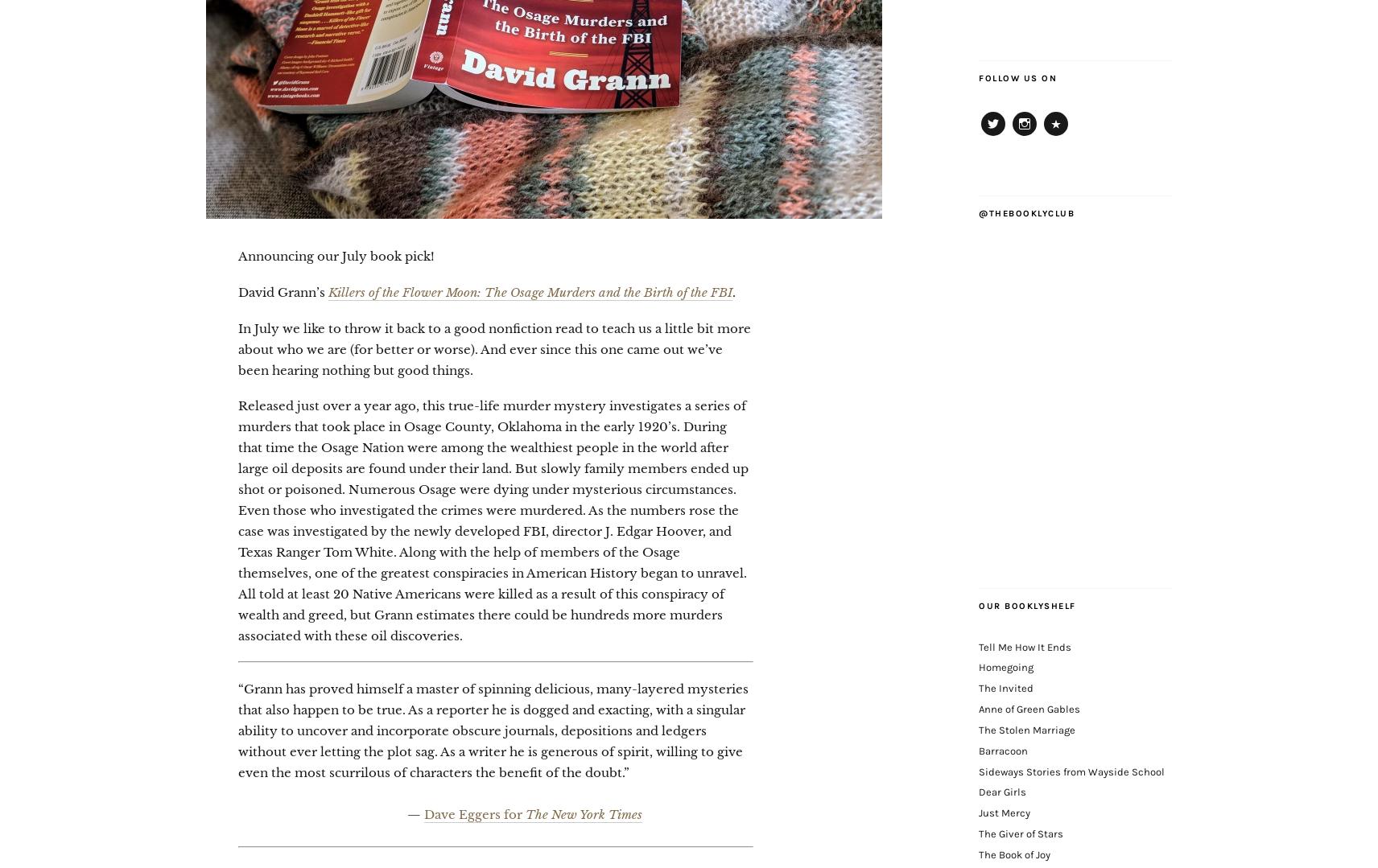 The width and height of the screenshot is (1378, 868). Describe the element at coordinates (584, 813) in the screenshot. I see `'The New York Times'` at that location.